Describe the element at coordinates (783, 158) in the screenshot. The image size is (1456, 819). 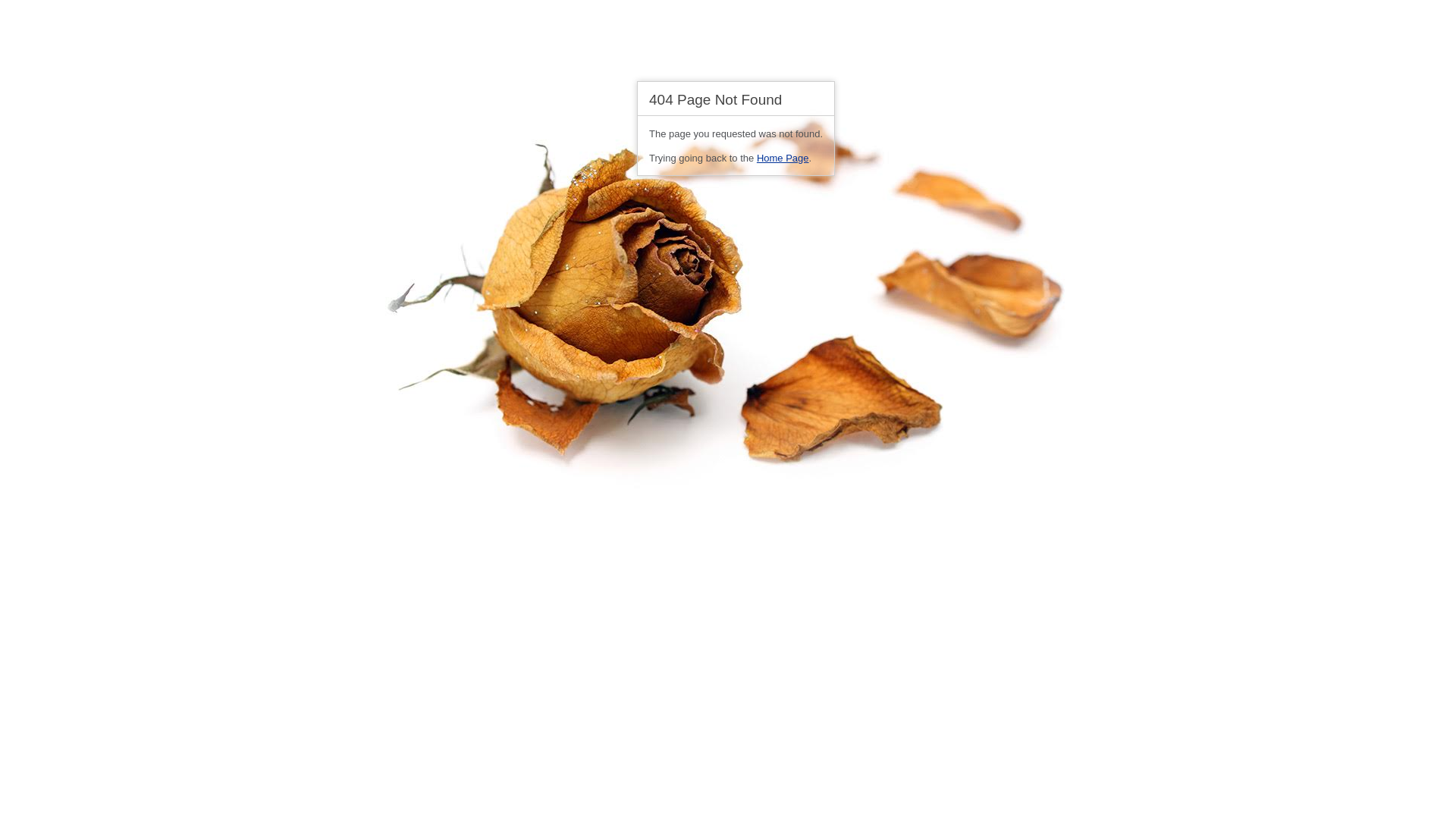
I see `'Home Page'` at that location.